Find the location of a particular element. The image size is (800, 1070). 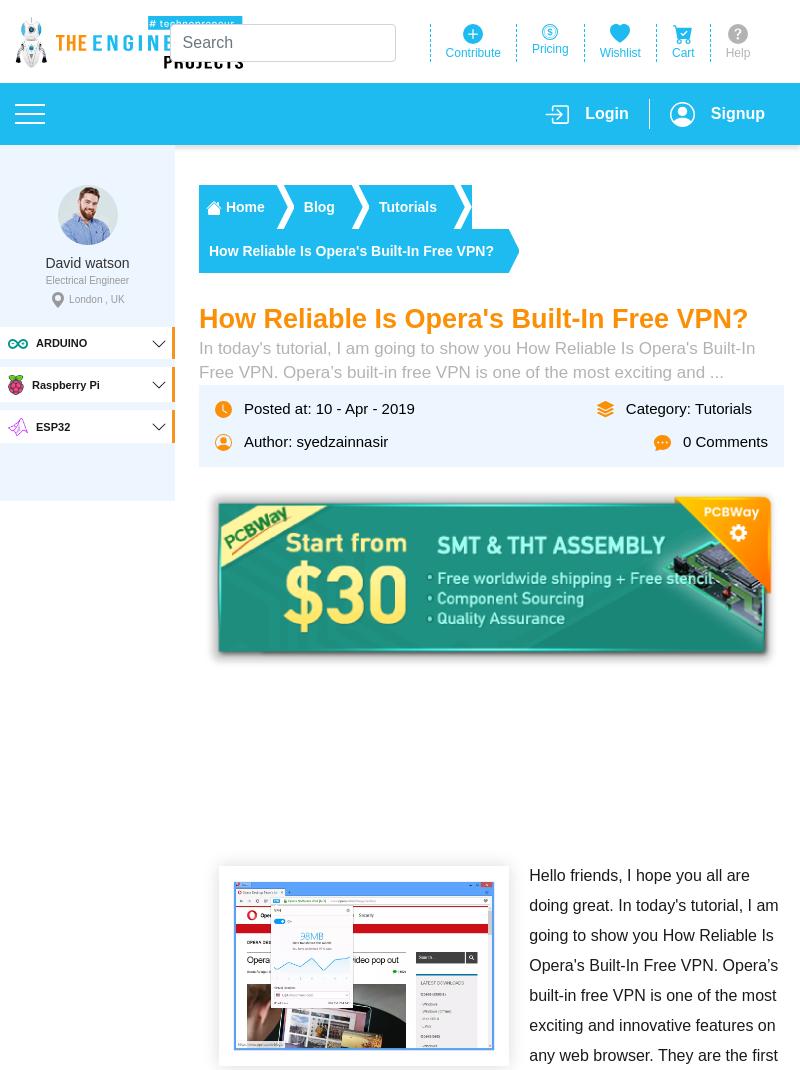

'Cart' is located at coordinates (682, 51).